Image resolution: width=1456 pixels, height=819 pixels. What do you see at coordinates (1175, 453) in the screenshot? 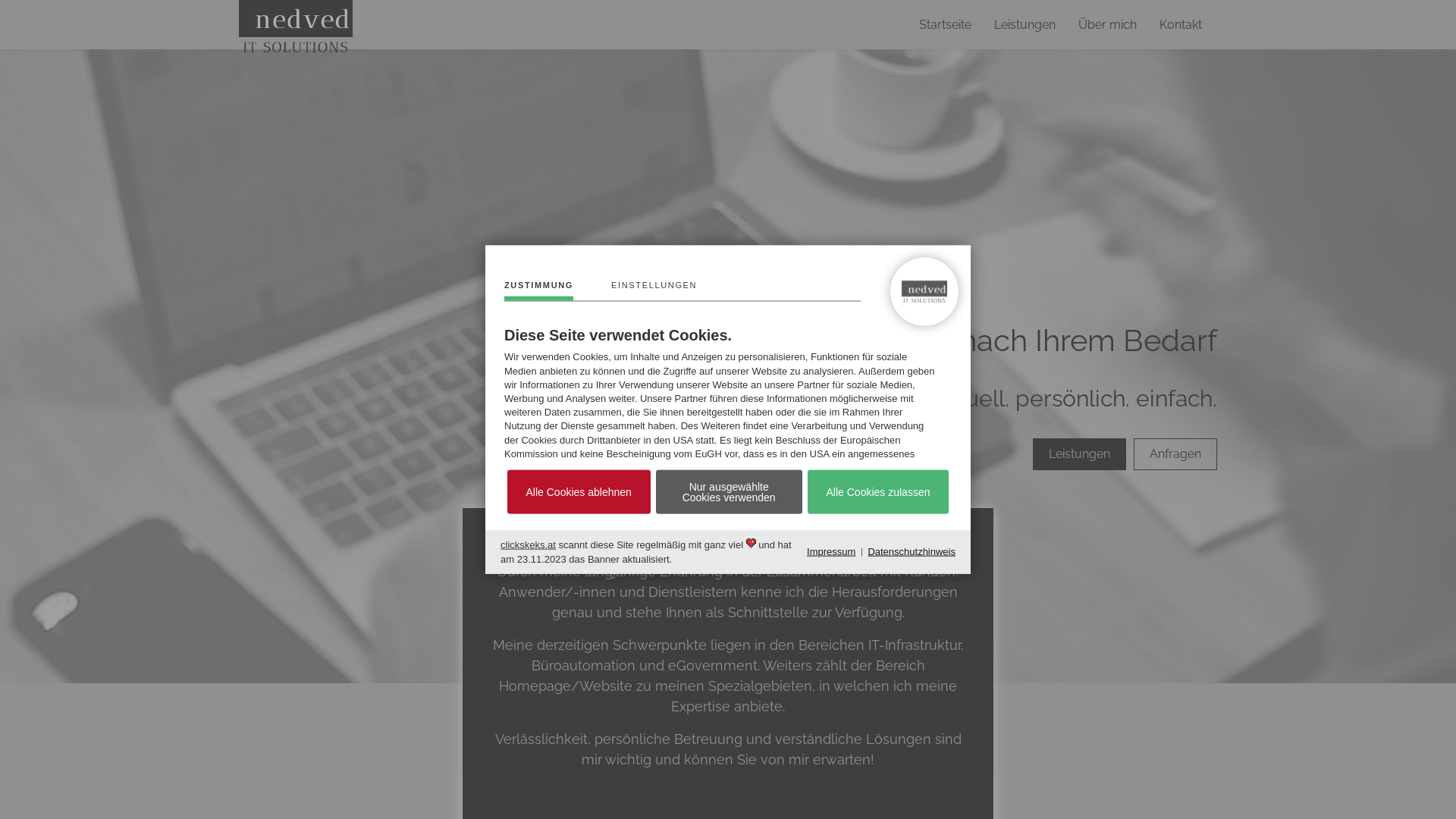
I see `'Anfragen'` at bounding box center [1175, 453].